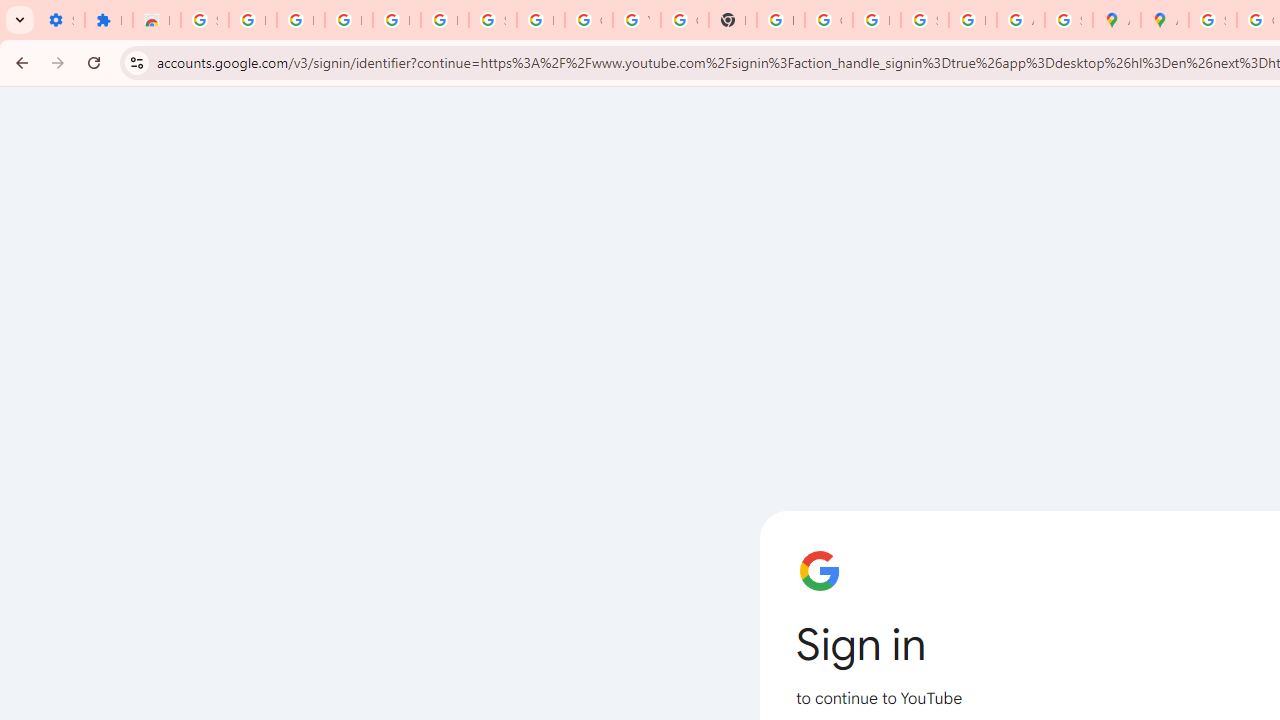 This screenshot has height=720, width=1280. Describe the element at coordinates (348, 20) in the screenshot. I see `'Delete photos & videos - Computer - Google Photos Help'` at that location.